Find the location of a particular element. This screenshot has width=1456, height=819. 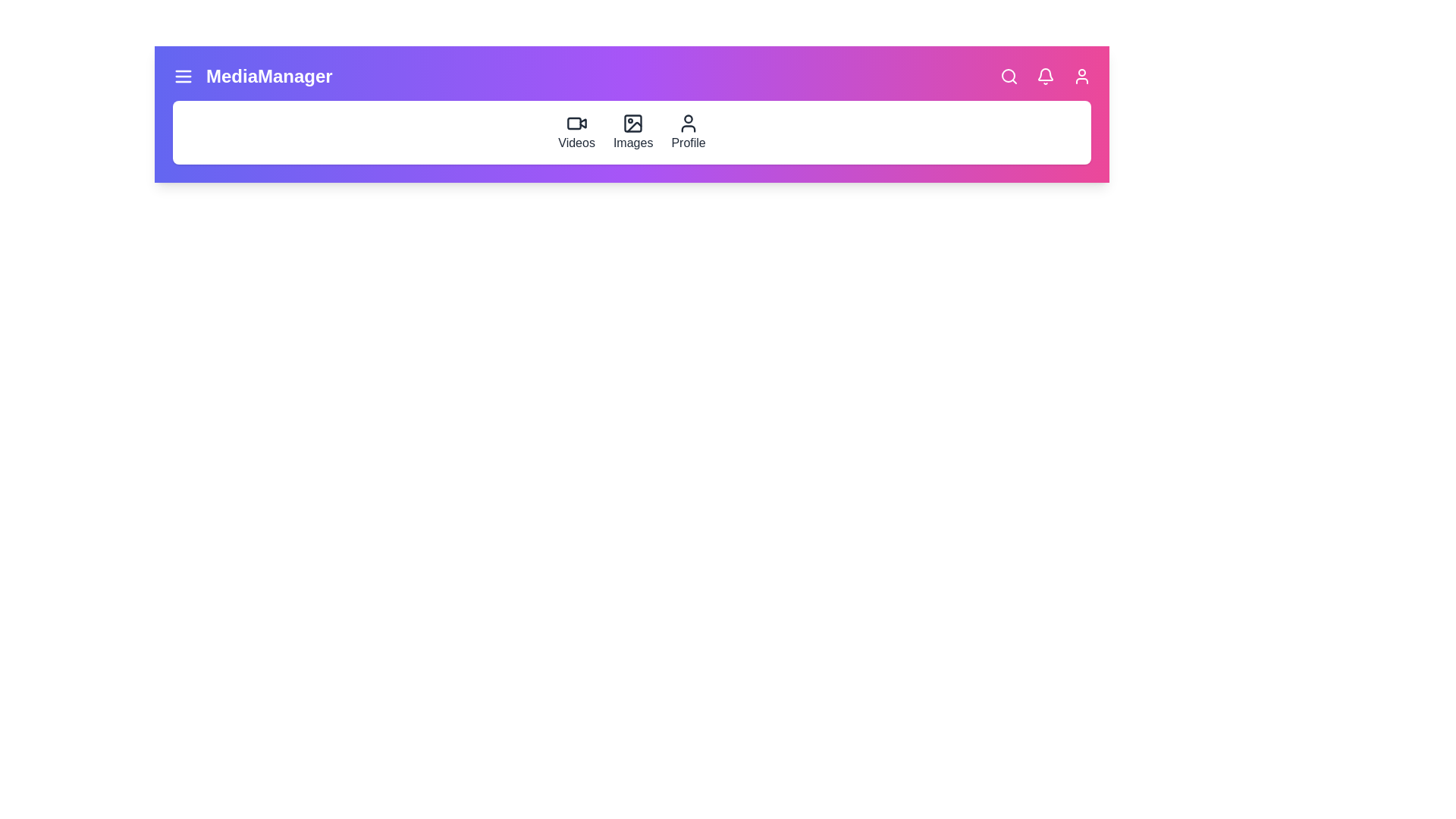

the search icon to initiate the search functionality is located at coordinates (1009, 76).